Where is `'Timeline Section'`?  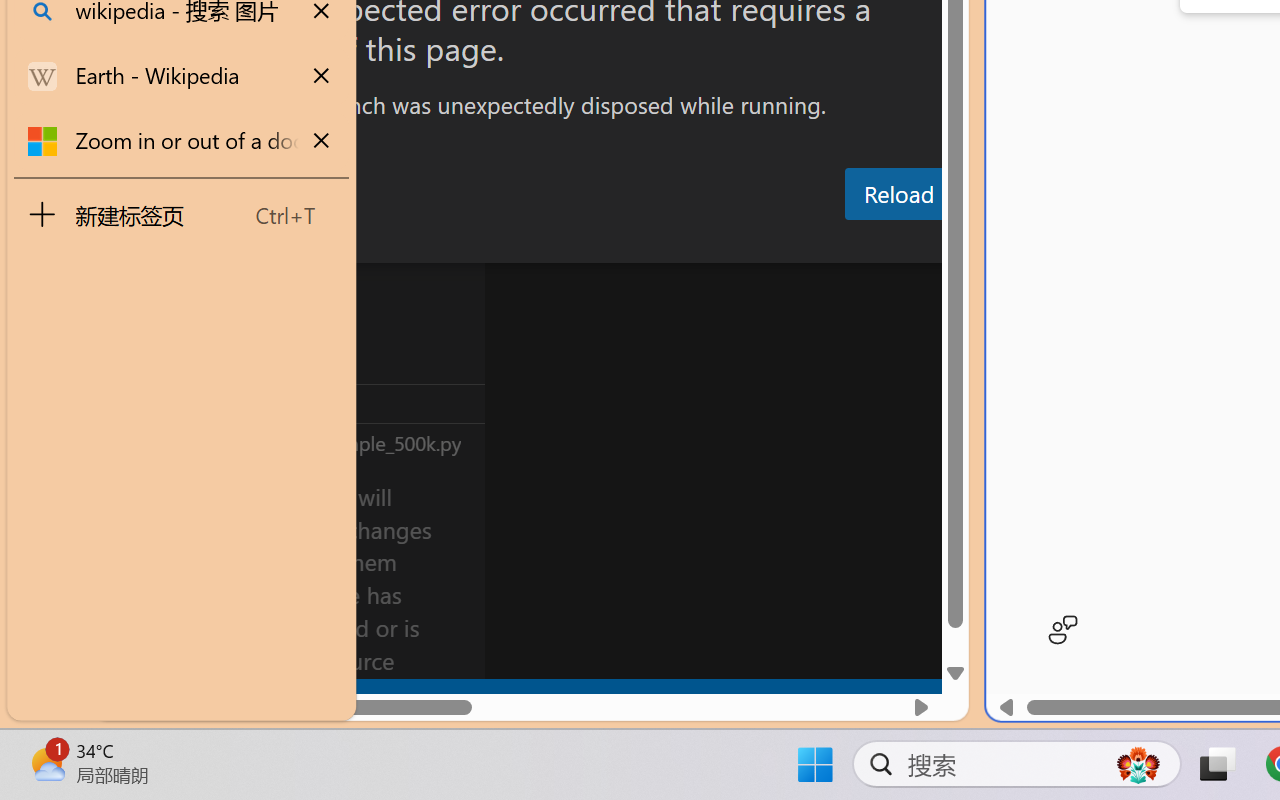 'Timeline Section' is located at coordinates (331, 441).